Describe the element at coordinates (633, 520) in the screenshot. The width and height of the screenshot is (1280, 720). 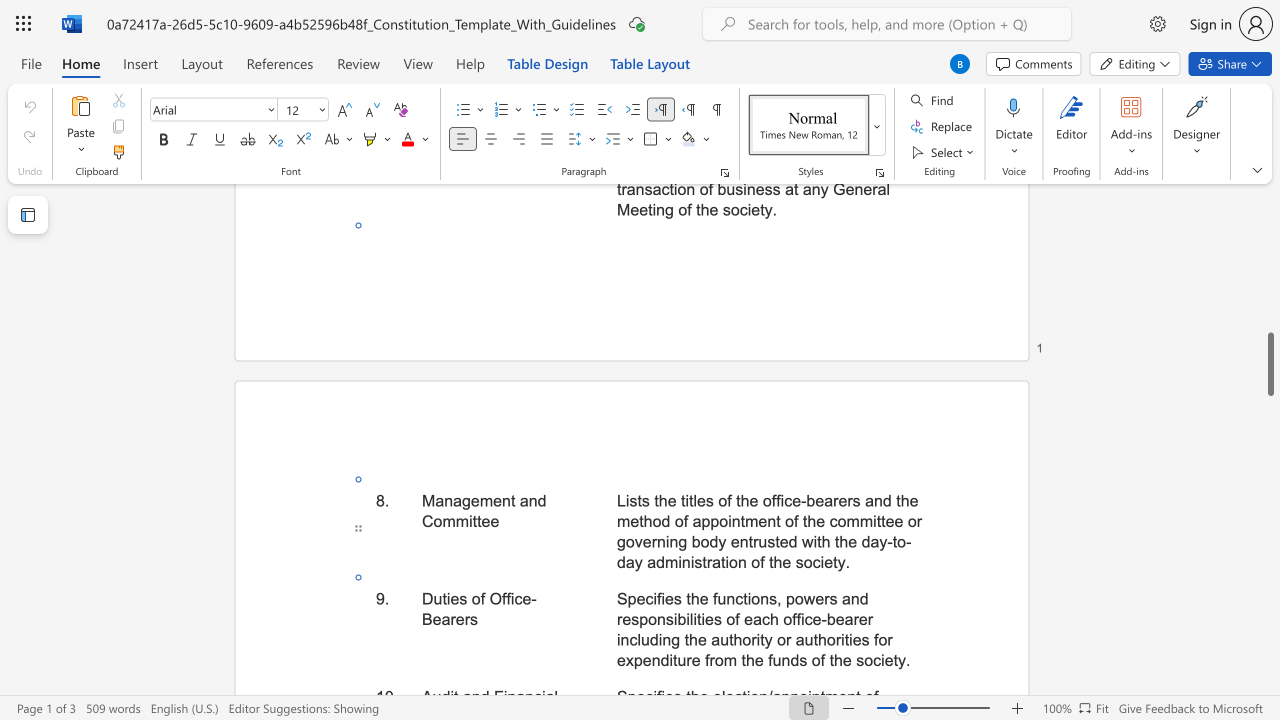
I see `the 8th character "e" in the text` at that location.